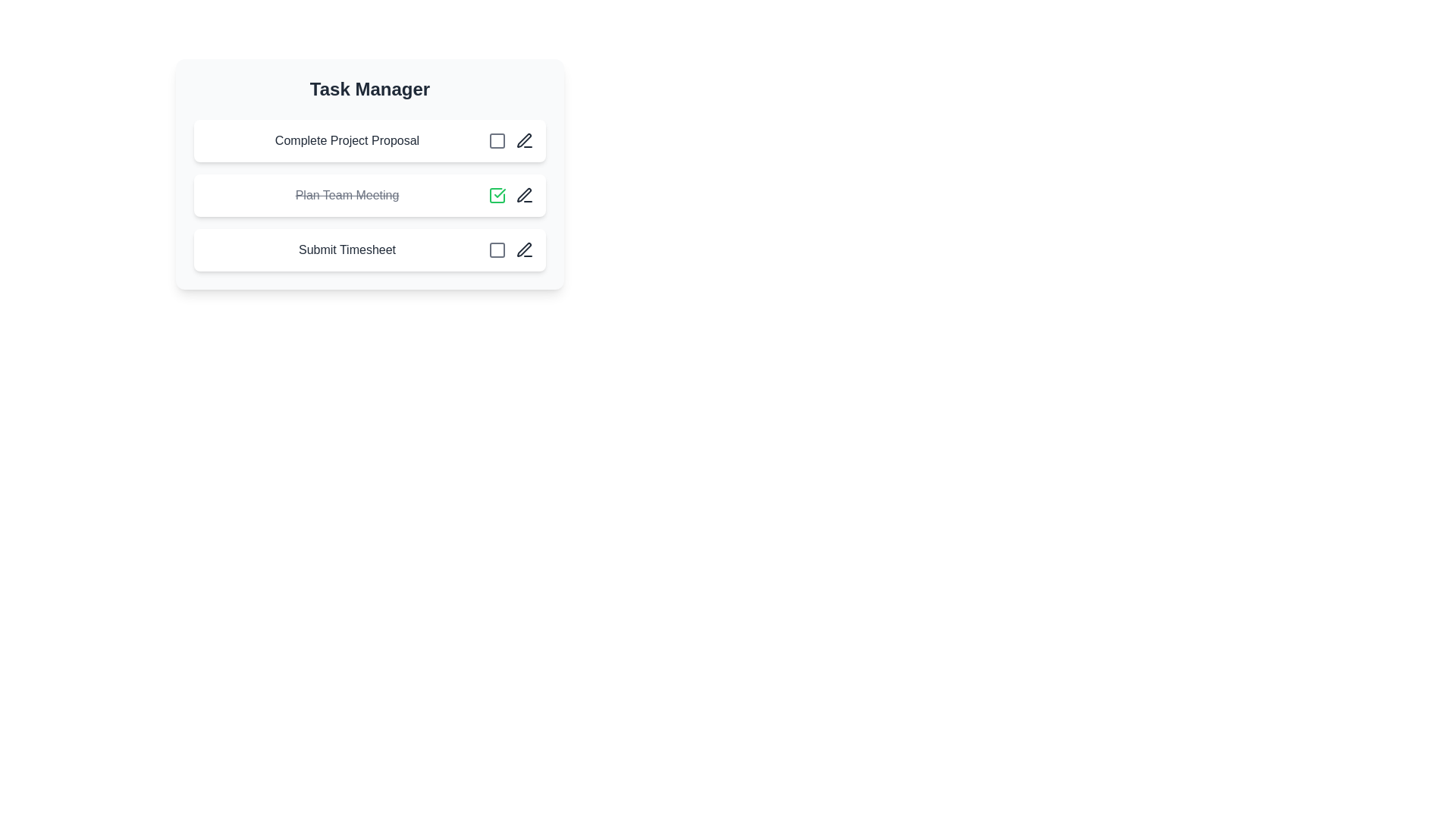 Image resolution: width=1456 pixels, height=819 pixels. Describe the element at coordinates (497, 140) in the screenshot. I see `the first action-related icon to the right of the 'Complete Project Proposal' task` at that location.